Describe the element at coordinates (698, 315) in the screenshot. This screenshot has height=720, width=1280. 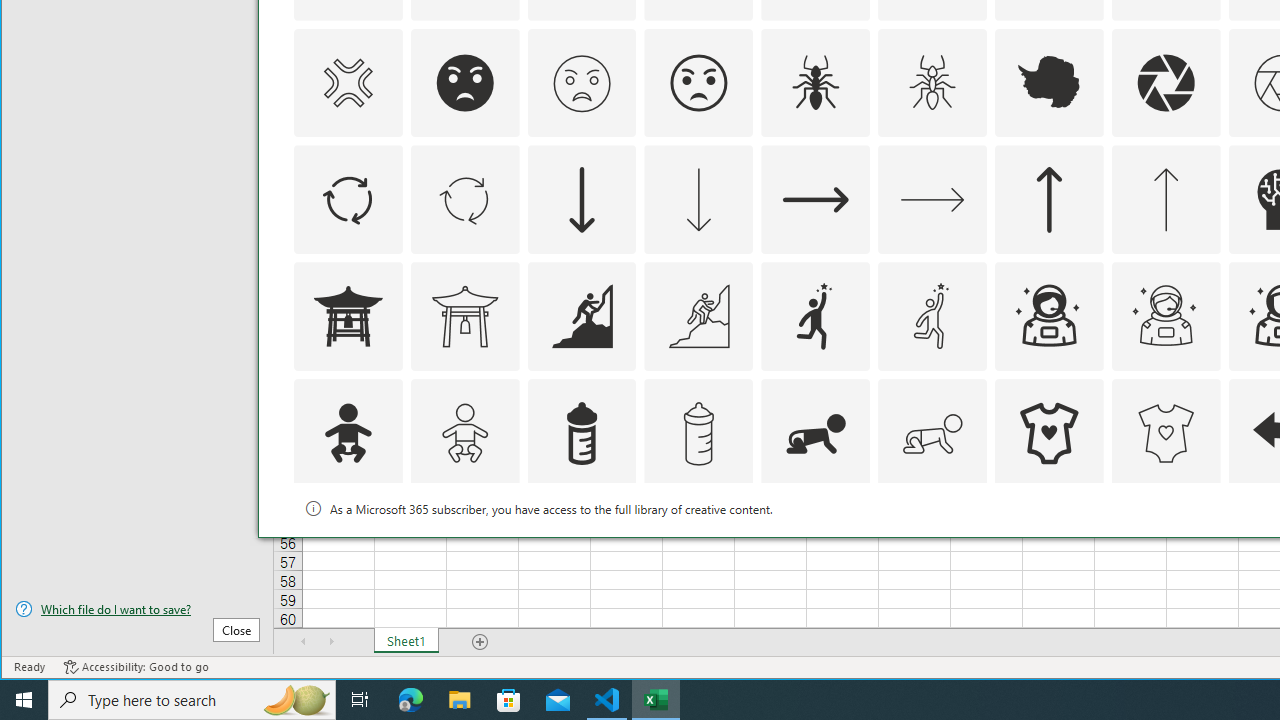
I see `'AutomationID: Icons_Aspiration_M'` at that location.